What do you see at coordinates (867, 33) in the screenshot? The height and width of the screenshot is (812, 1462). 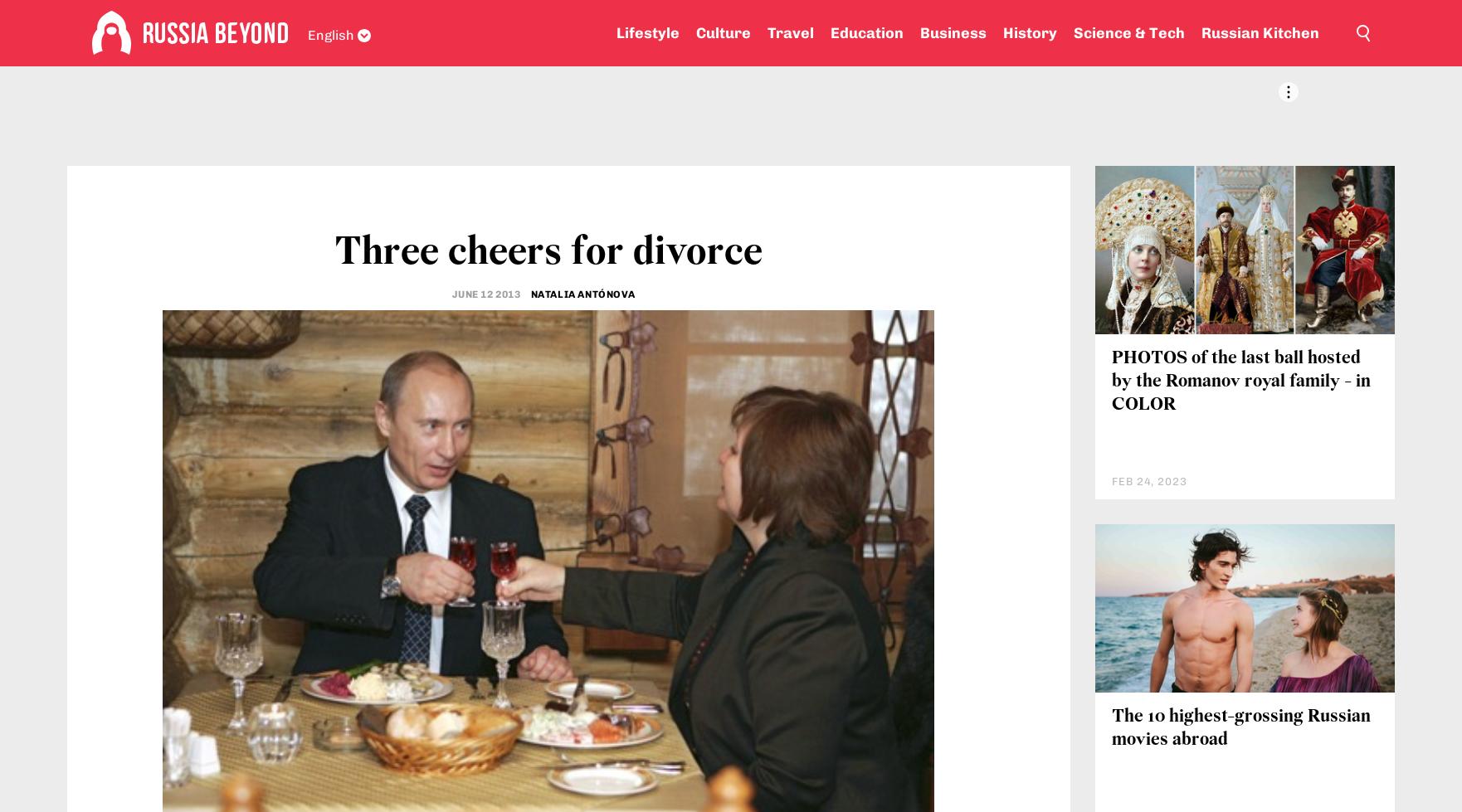 I see `'Education'` at bounding box center [867, 33].